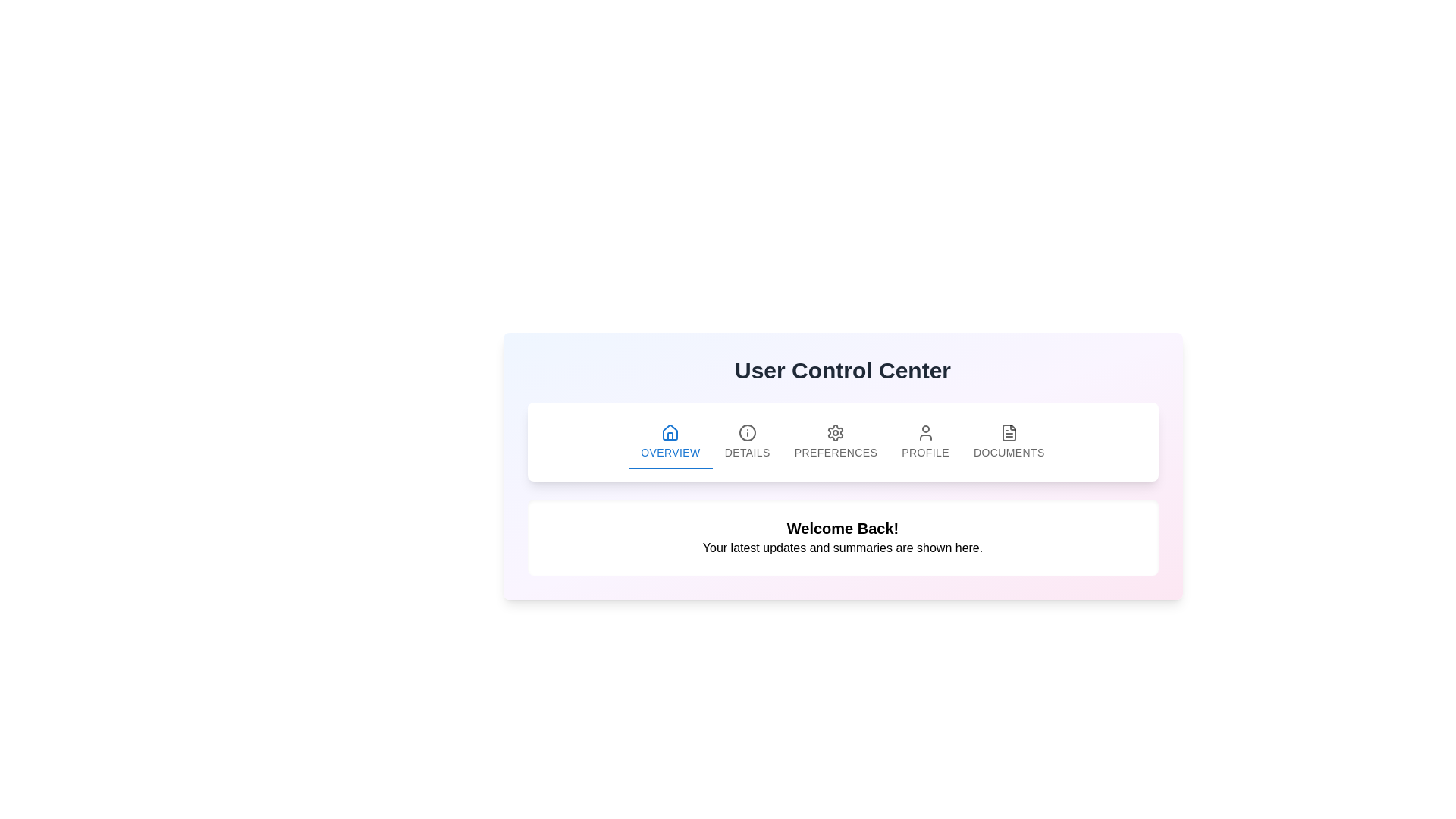  I want to click on the horizontal indicator bar located under the 'Overview' tab in the navigation bar, which indicates the currently selected tab, so click(670, 467).